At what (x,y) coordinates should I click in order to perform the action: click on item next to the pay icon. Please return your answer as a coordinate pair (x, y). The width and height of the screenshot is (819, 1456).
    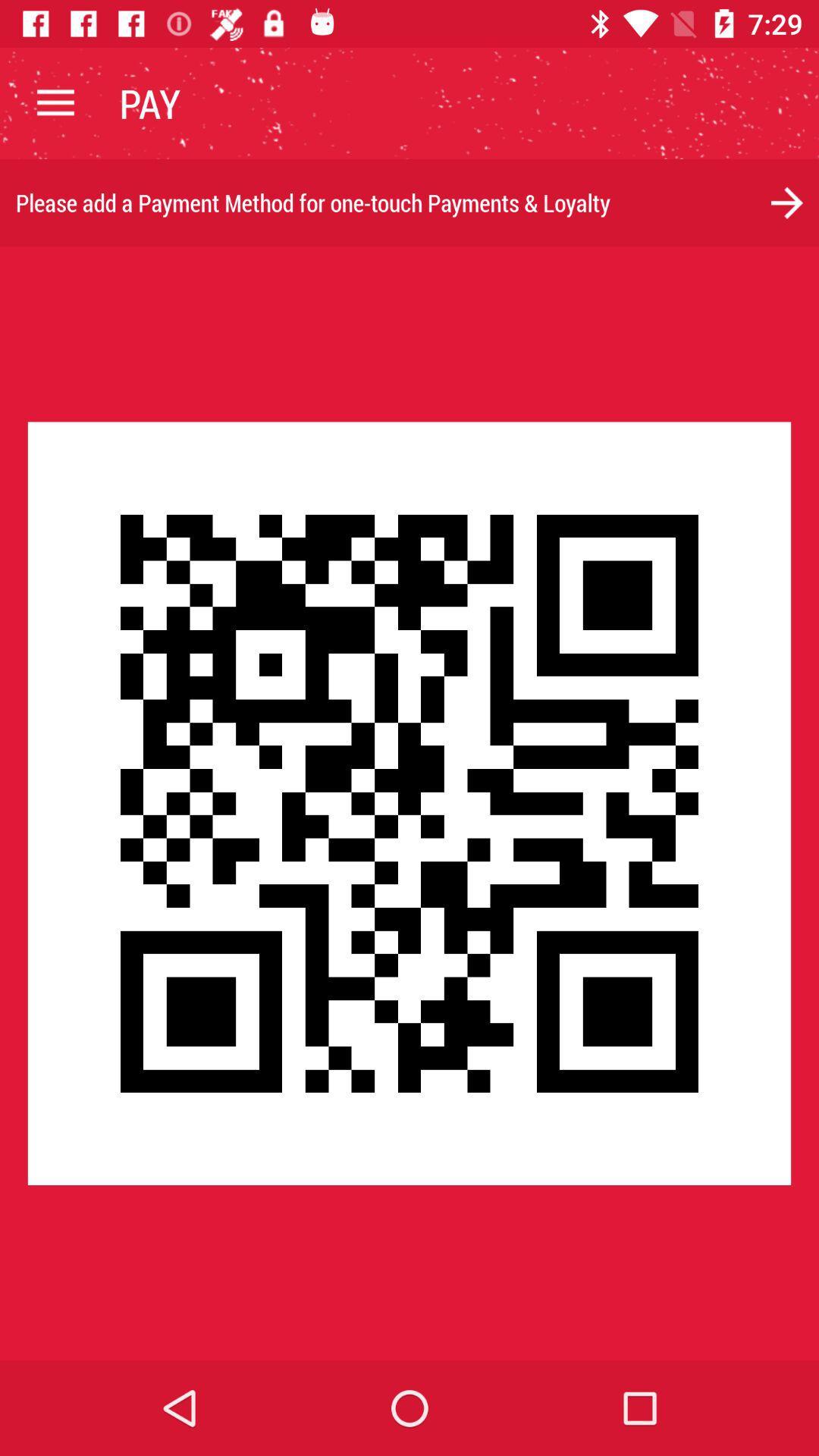
    Looking at the image, I should click on (55, 102).